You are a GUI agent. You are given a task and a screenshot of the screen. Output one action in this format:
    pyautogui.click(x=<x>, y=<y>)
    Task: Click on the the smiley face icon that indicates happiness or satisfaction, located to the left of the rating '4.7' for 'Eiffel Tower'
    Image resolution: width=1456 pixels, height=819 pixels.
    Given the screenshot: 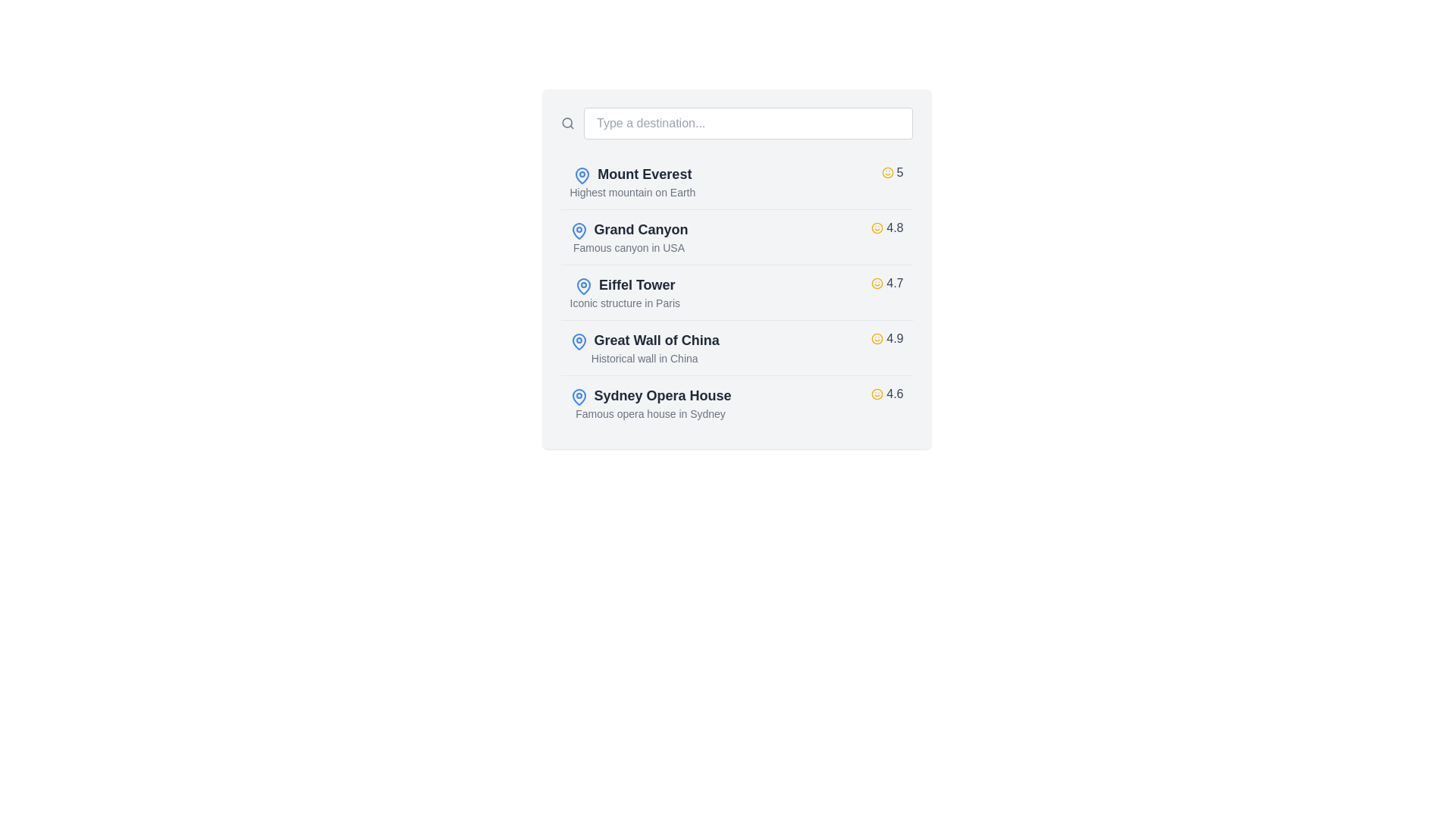 What is the action you would take?
    pyautogui.click(x=877, y=284)
    